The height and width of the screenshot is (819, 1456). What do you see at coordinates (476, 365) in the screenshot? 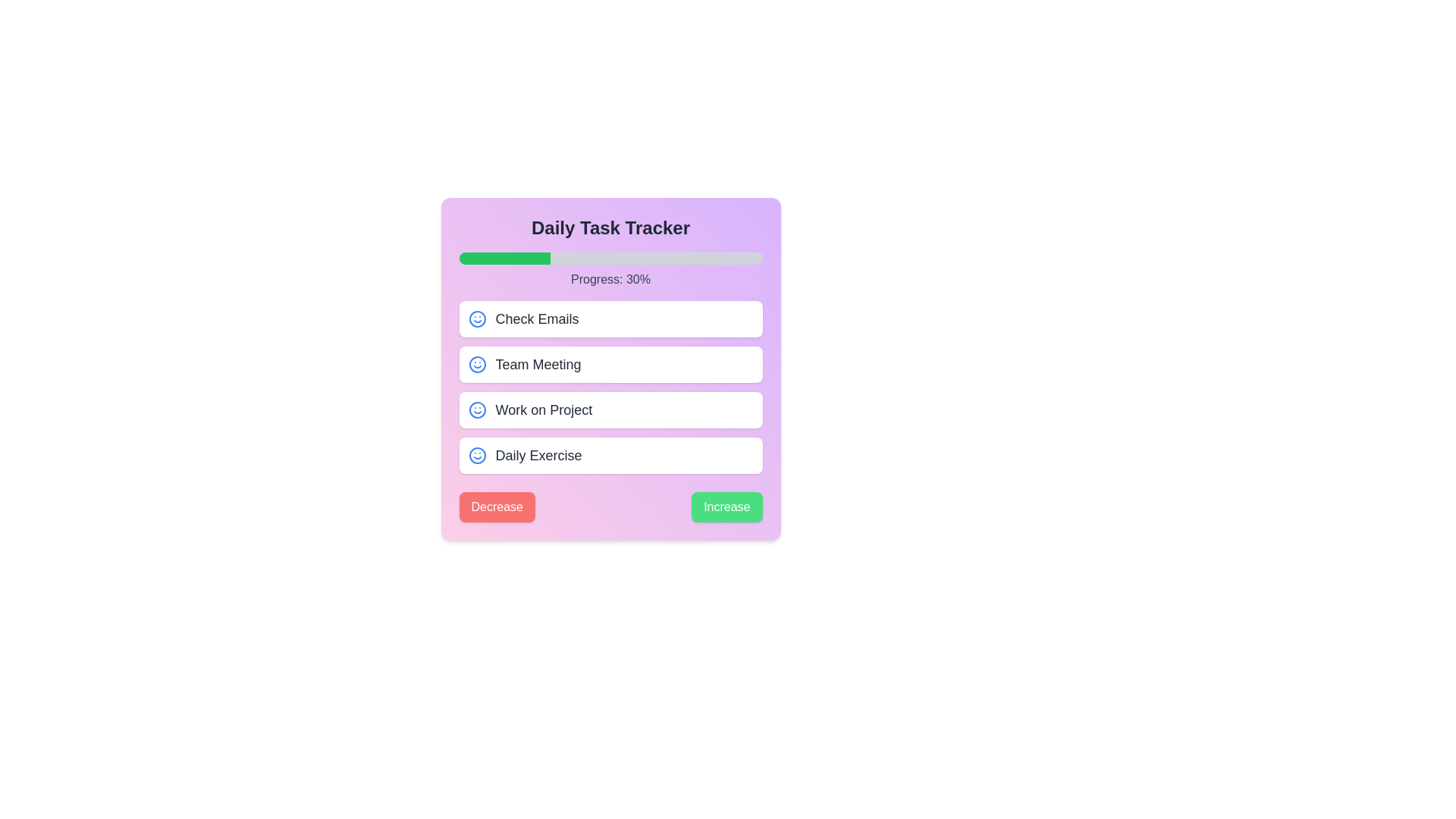
I see `central circular SVG element with a blue outline, located within the smiley face icon adjacent to the 'Team Meeting' text, using developer tools` at bounding box center [476, 365].